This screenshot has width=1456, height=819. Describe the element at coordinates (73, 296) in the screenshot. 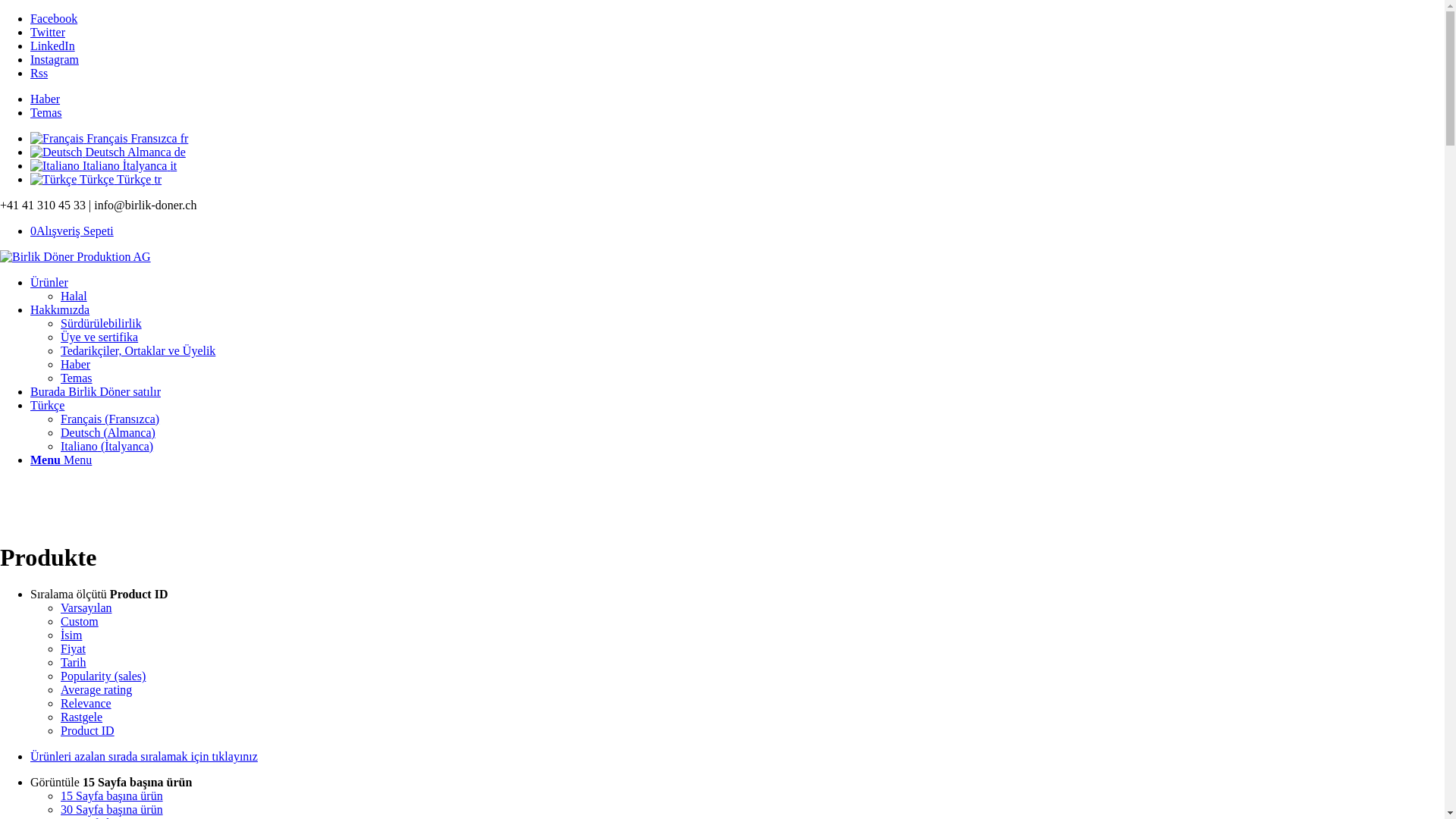

I see `'Halal'` at that location.